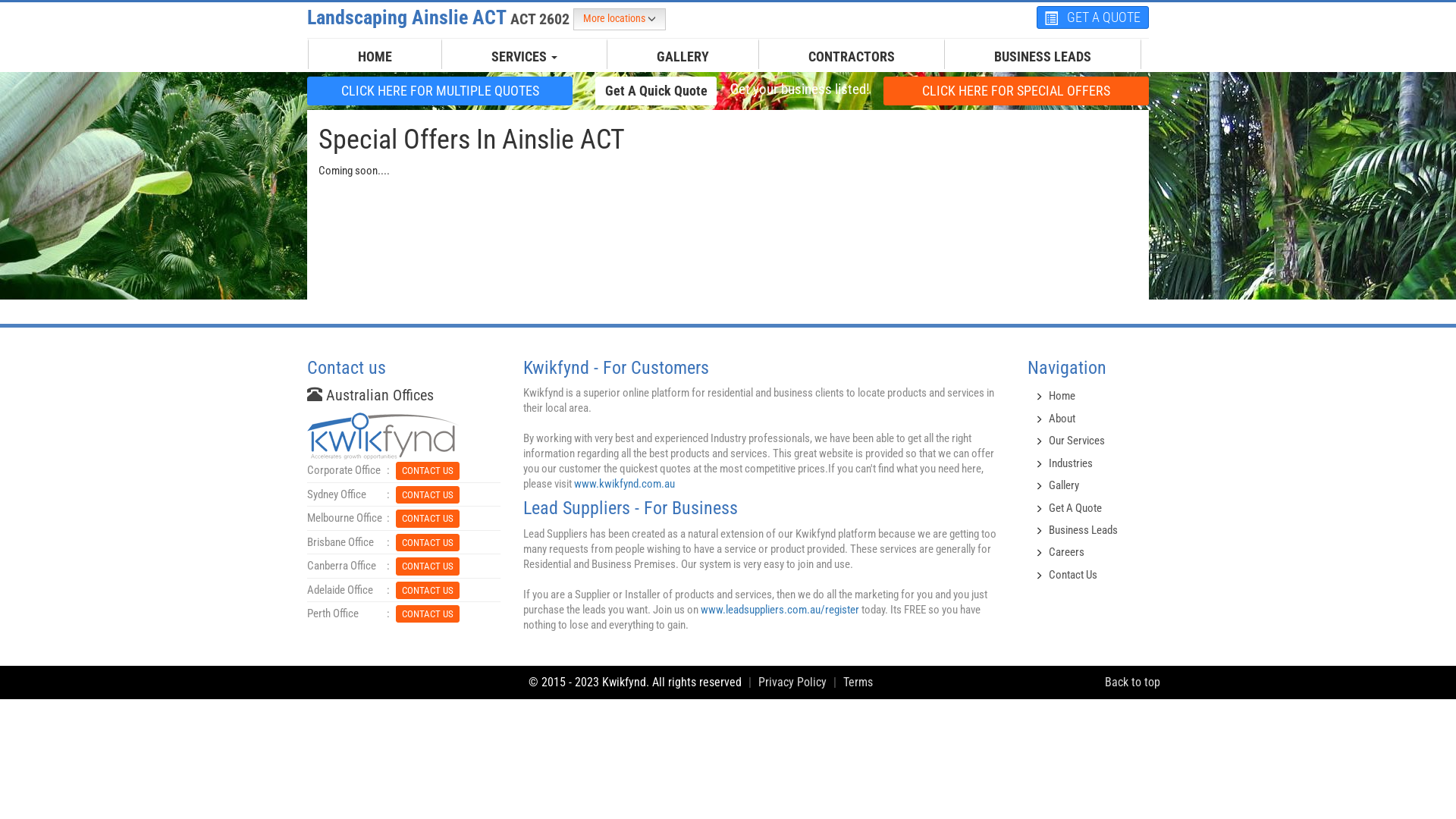 Image resolution: width=1456 pixels, height=819 pixels. What do you see at coordinates (375, 55) in the screenshot?
I see `'HOME'` at bounding box center [375, 55].